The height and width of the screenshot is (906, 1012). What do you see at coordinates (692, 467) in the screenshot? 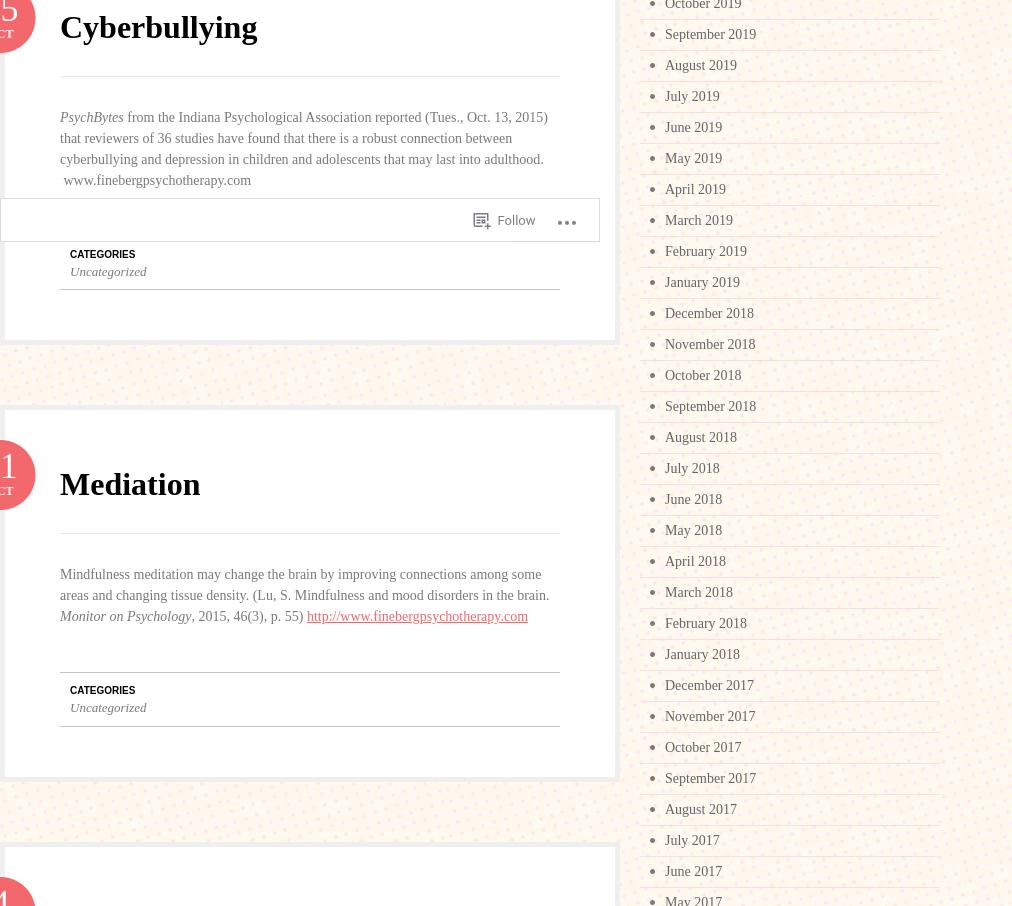
I see `'July 2018'` at bounding box center [692, 467].